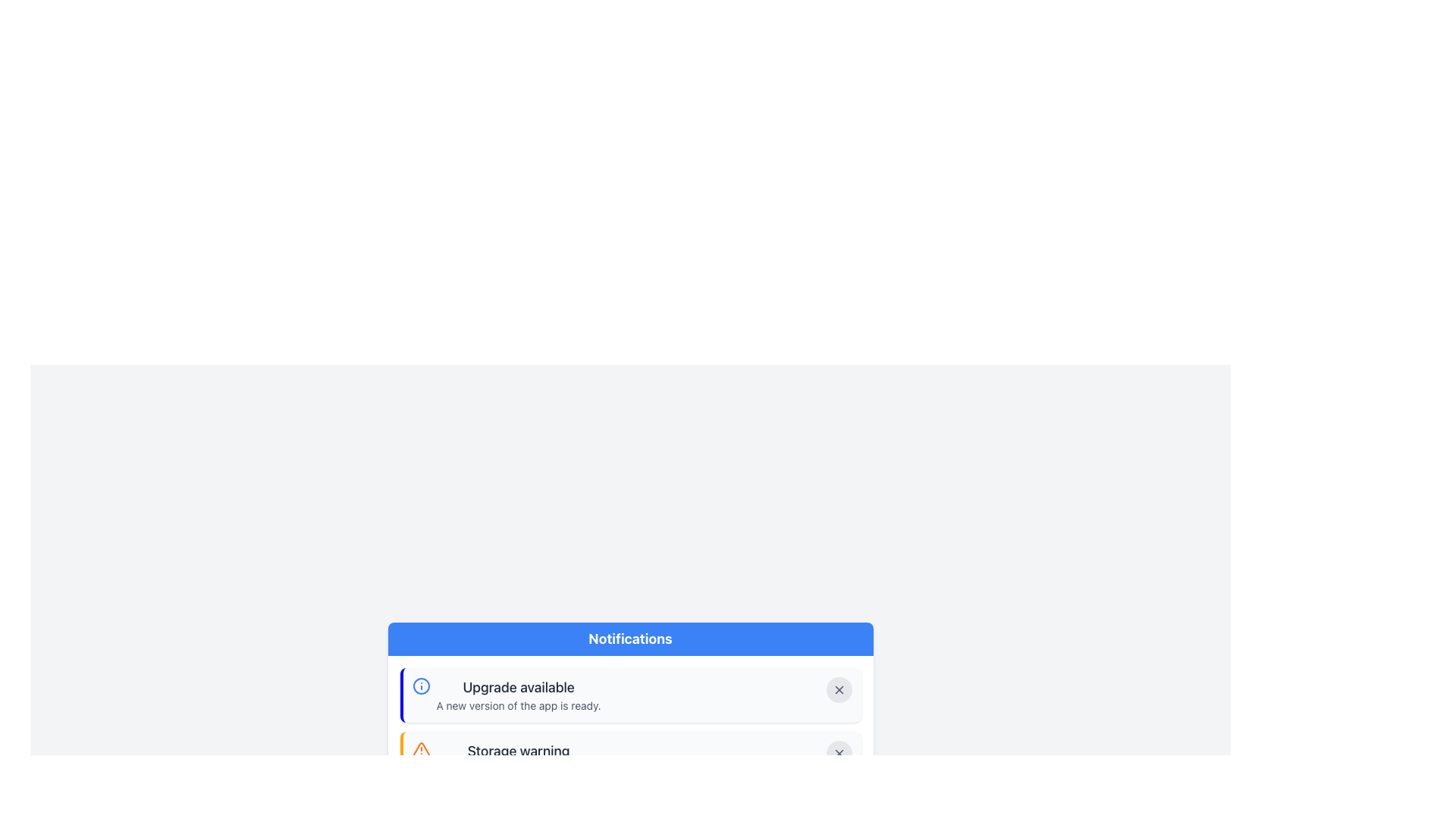  What do you see at coordinates (506, 695) in the screenshot?
I see `informational text block about the available upgrade for the app located in the uppermost notification card at the top of the list` at bounding box center [506, 695].